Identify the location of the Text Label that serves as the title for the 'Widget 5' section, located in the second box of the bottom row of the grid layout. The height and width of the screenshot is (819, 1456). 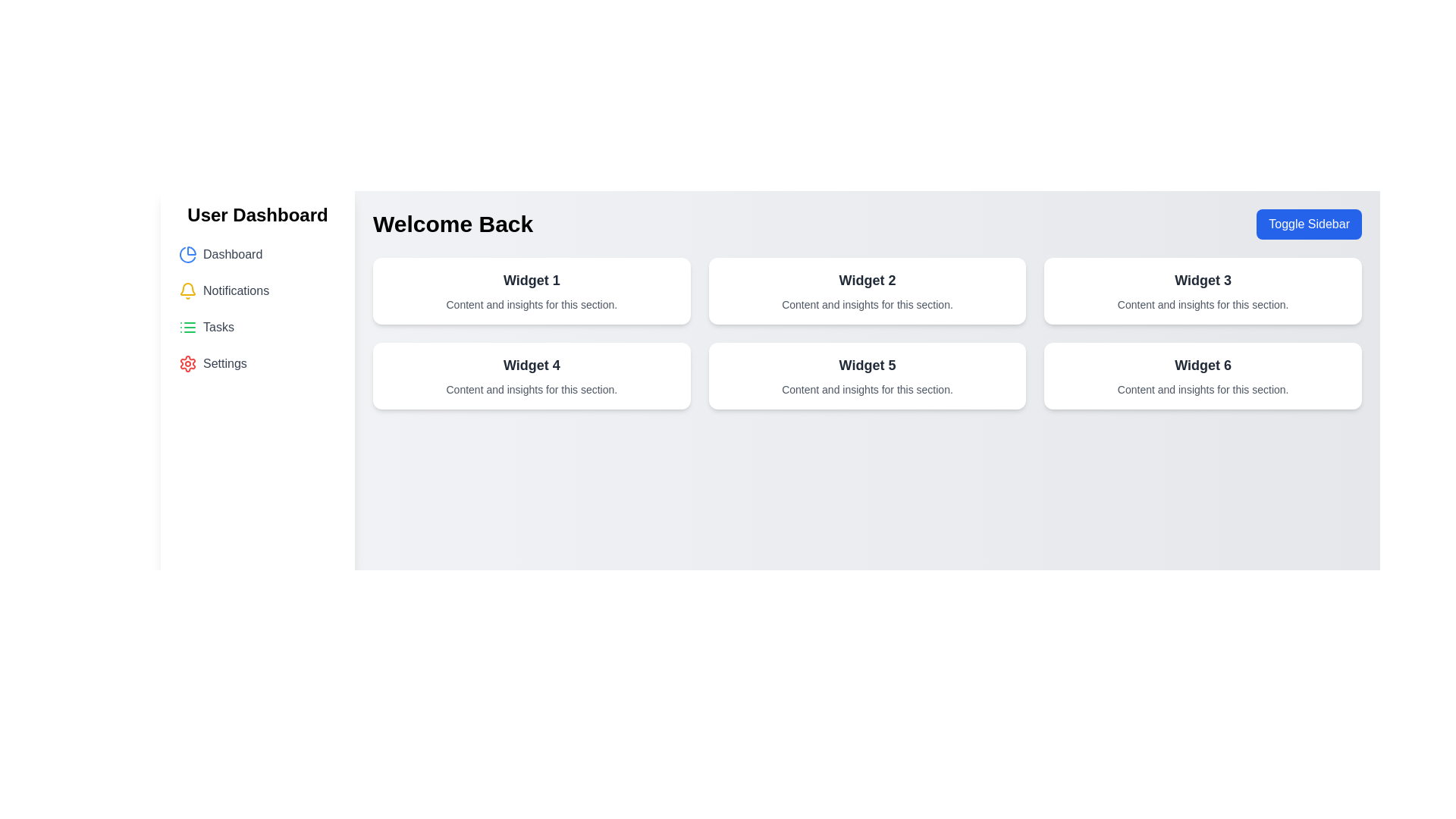
(867, 366).